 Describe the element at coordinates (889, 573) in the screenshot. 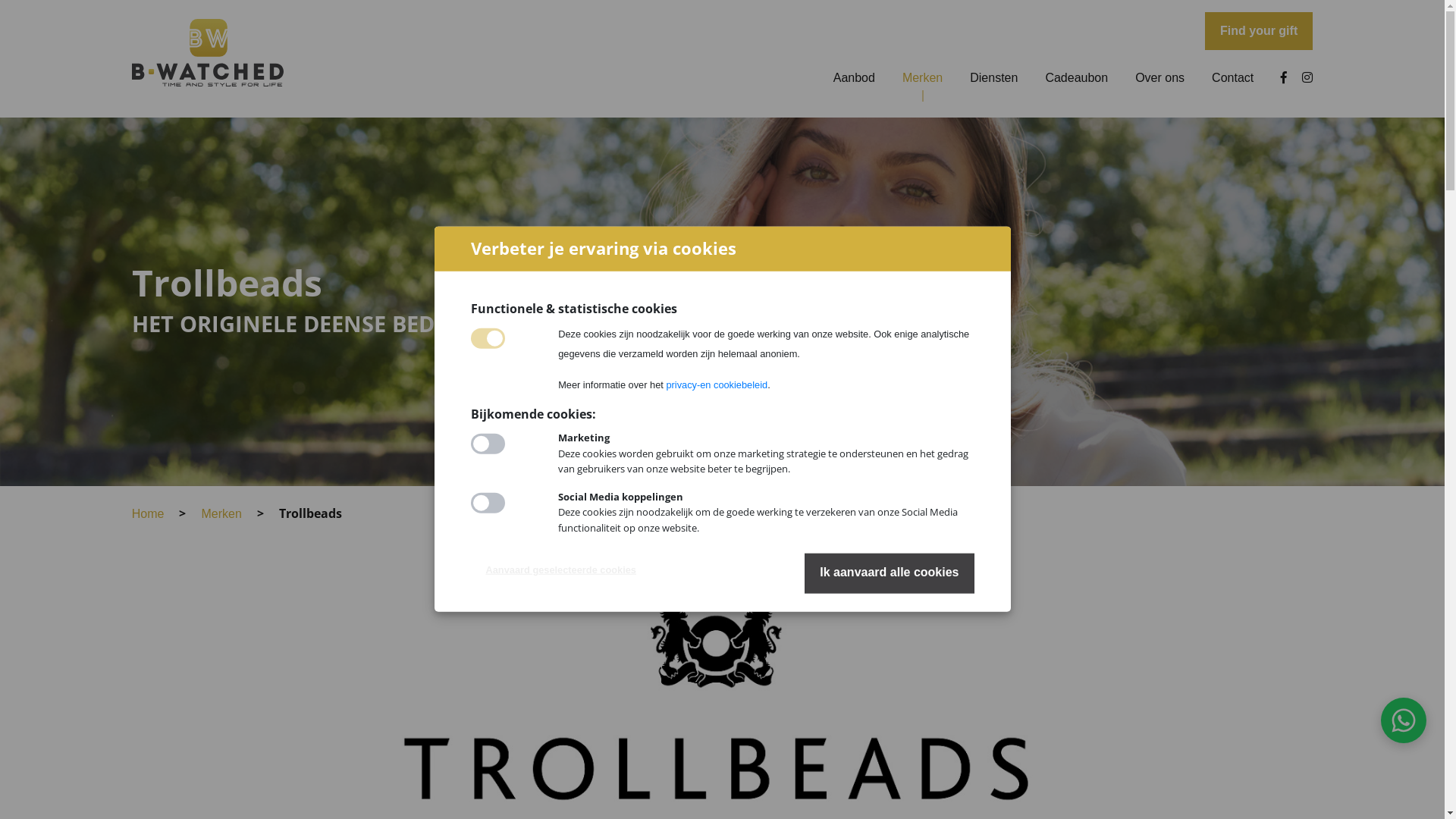

I see `'Ik aanvaard alle cookies'` at that location.